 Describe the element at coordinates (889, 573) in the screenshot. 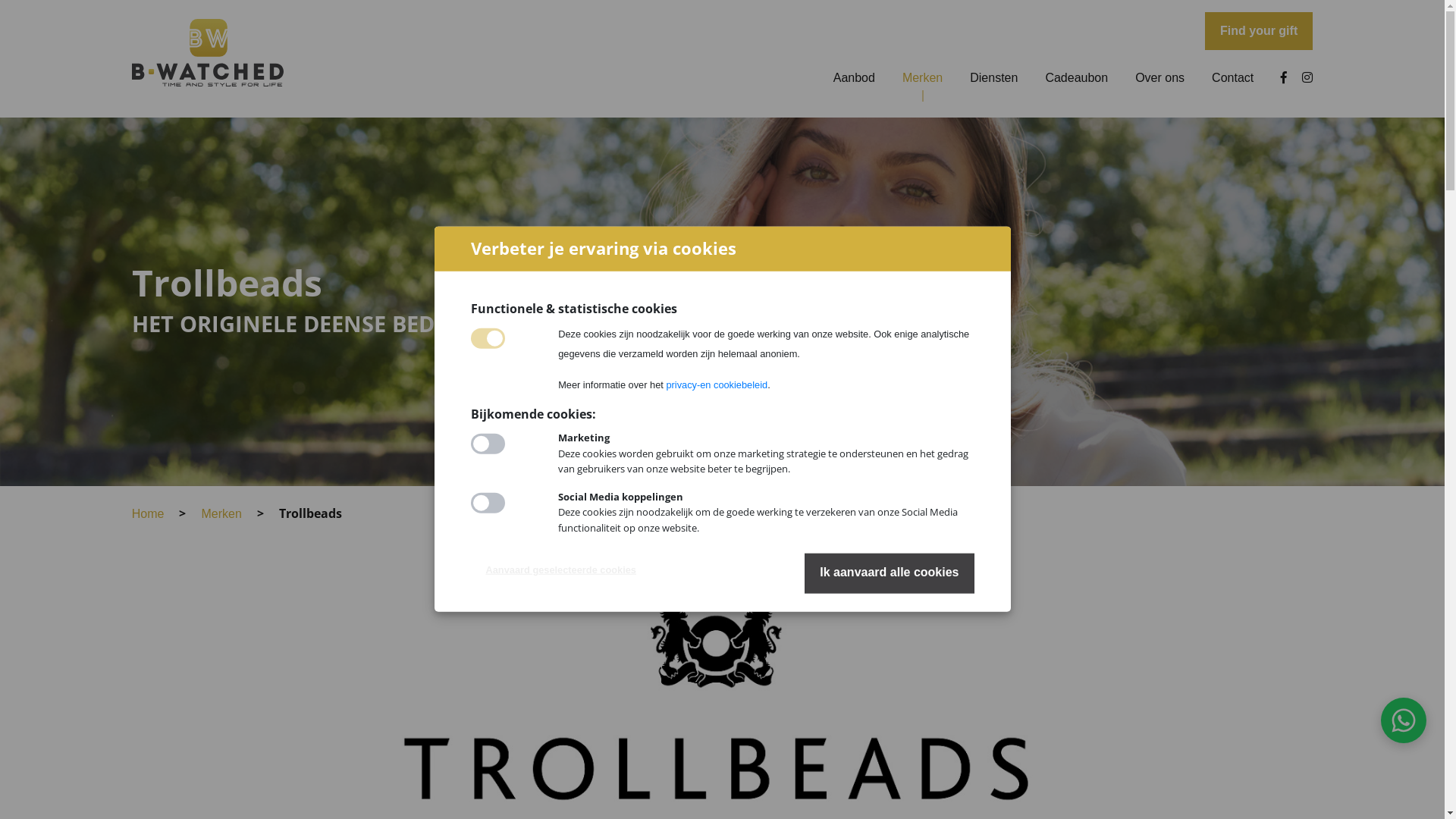

I see `'Ik aanvaard alle cookies'` at that location.